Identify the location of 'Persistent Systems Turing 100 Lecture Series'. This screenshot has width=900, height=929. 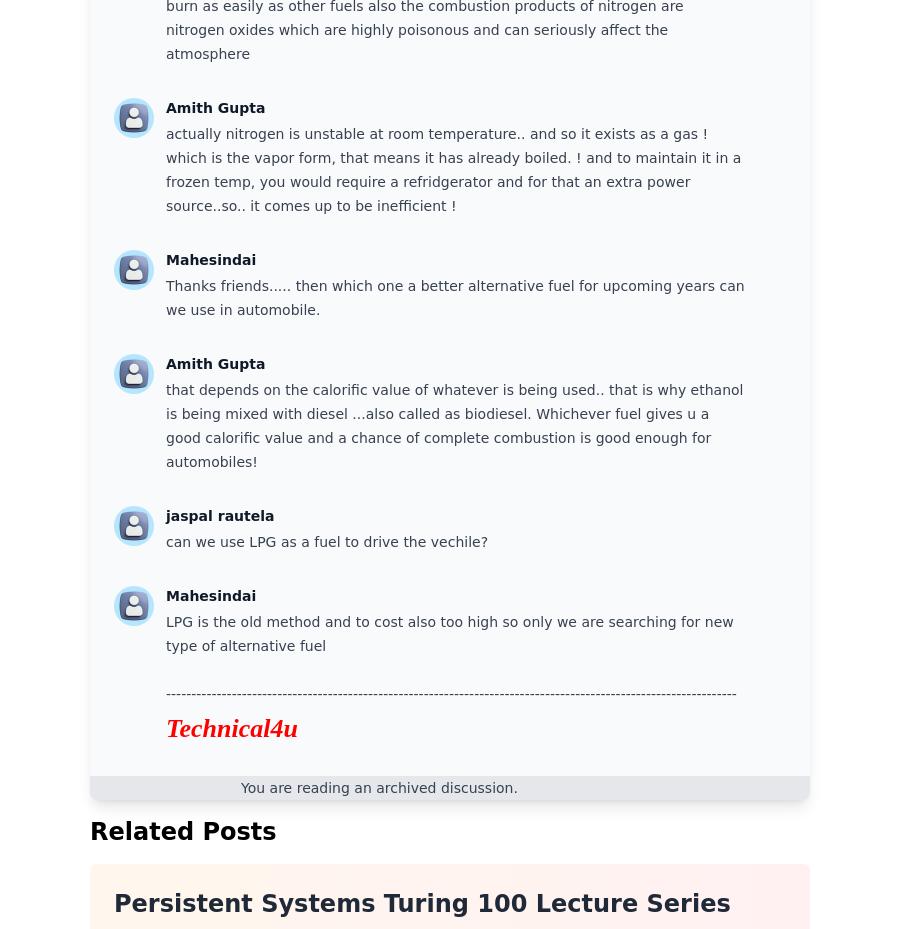
(422, 902).